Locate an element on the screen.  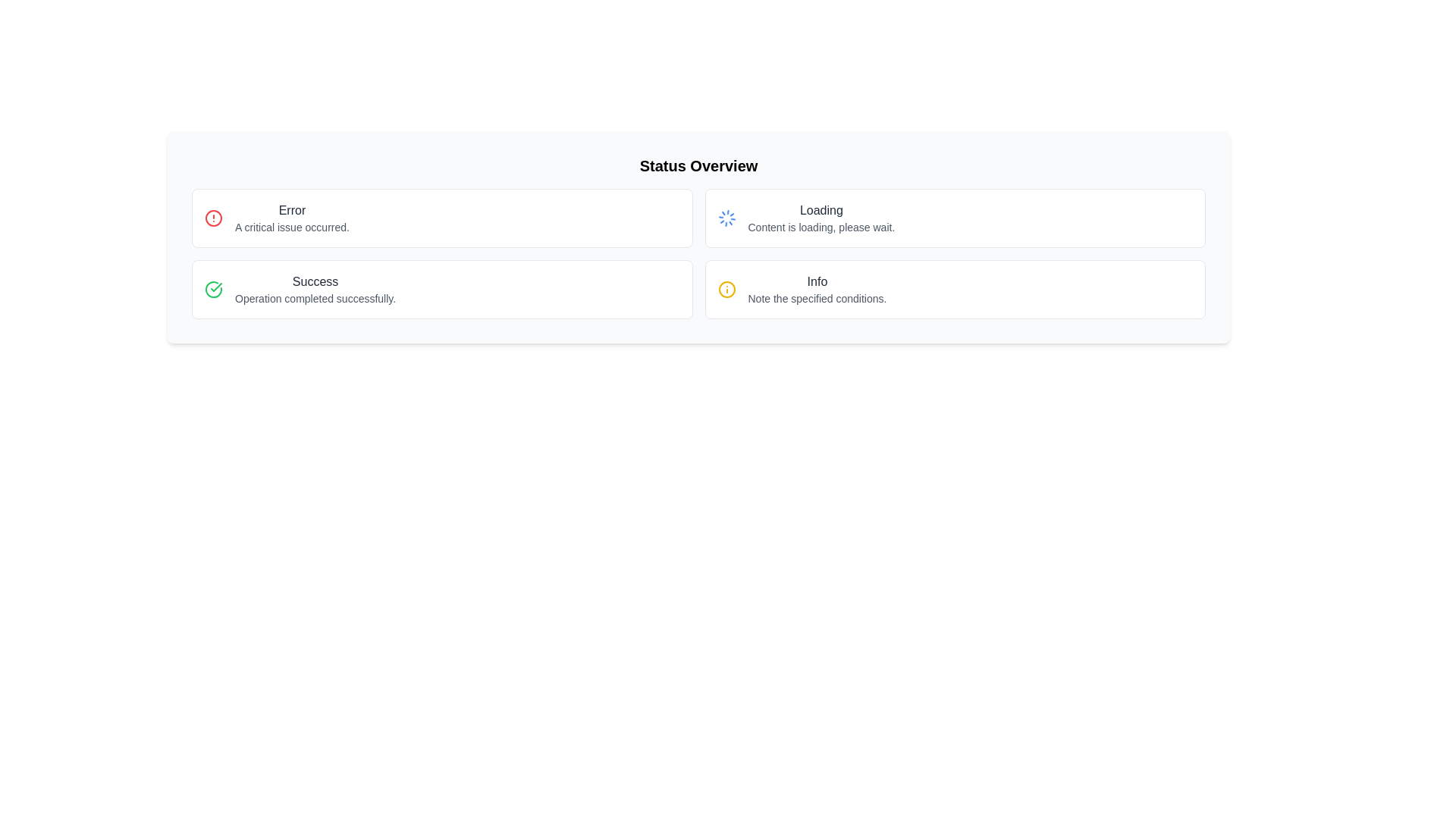
the Circle graphic that serves as the outer boundary of the information icon located at the center of the 'Info' section on the right side of the application layout is located at coordinates (726, 289).